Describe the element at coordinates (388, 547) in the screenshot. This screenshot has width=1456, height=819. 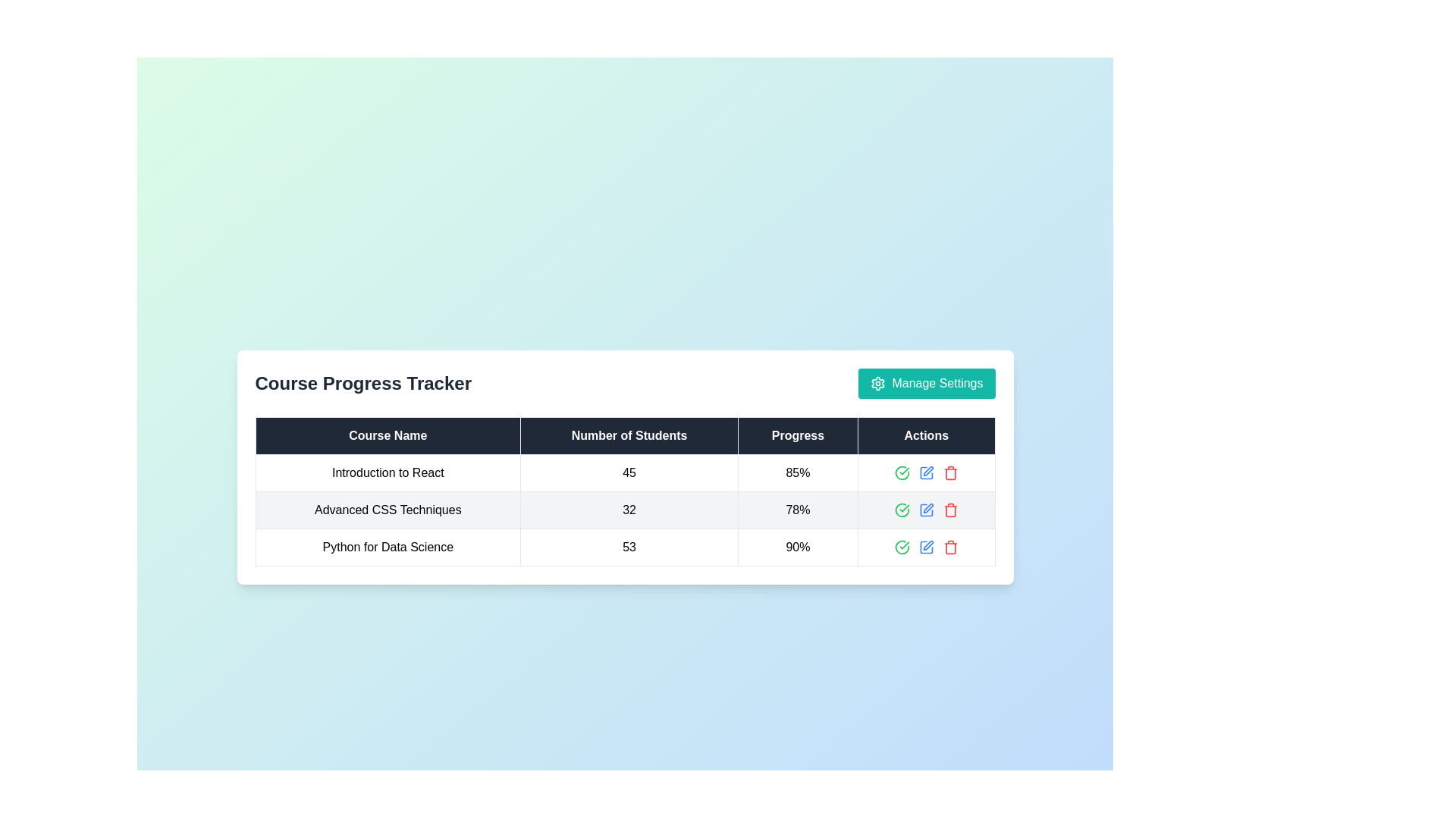
I see `the text label displaying the title 'Python for Data Science' in the 'Course Progress Tracker' table, located in the first cell of the third row under the 'Course Name' column` at that location.